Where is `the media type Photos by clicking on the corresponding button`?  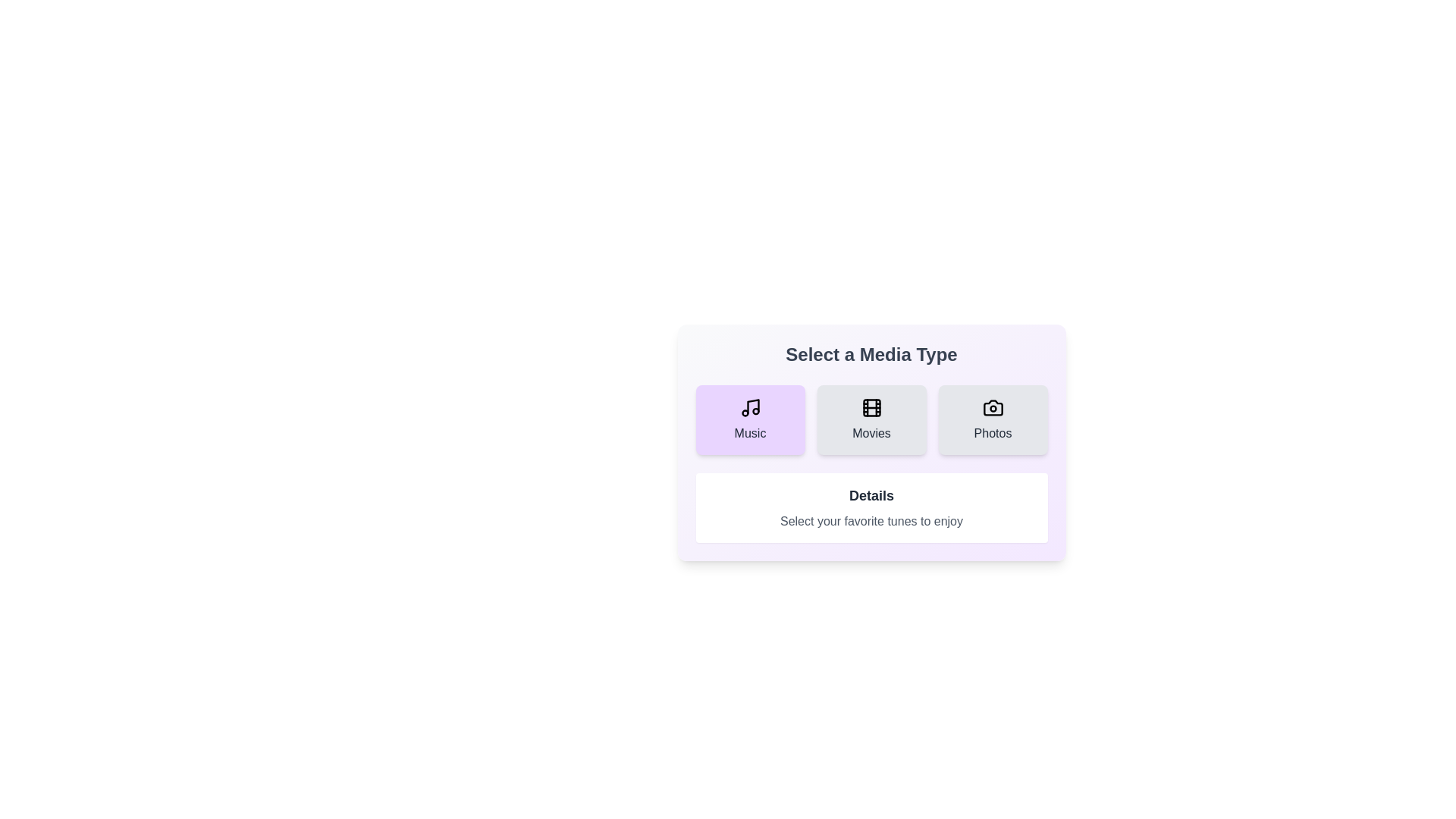 the media type Photos by clicking on the corresponding button is located at coordinates (993, 420).